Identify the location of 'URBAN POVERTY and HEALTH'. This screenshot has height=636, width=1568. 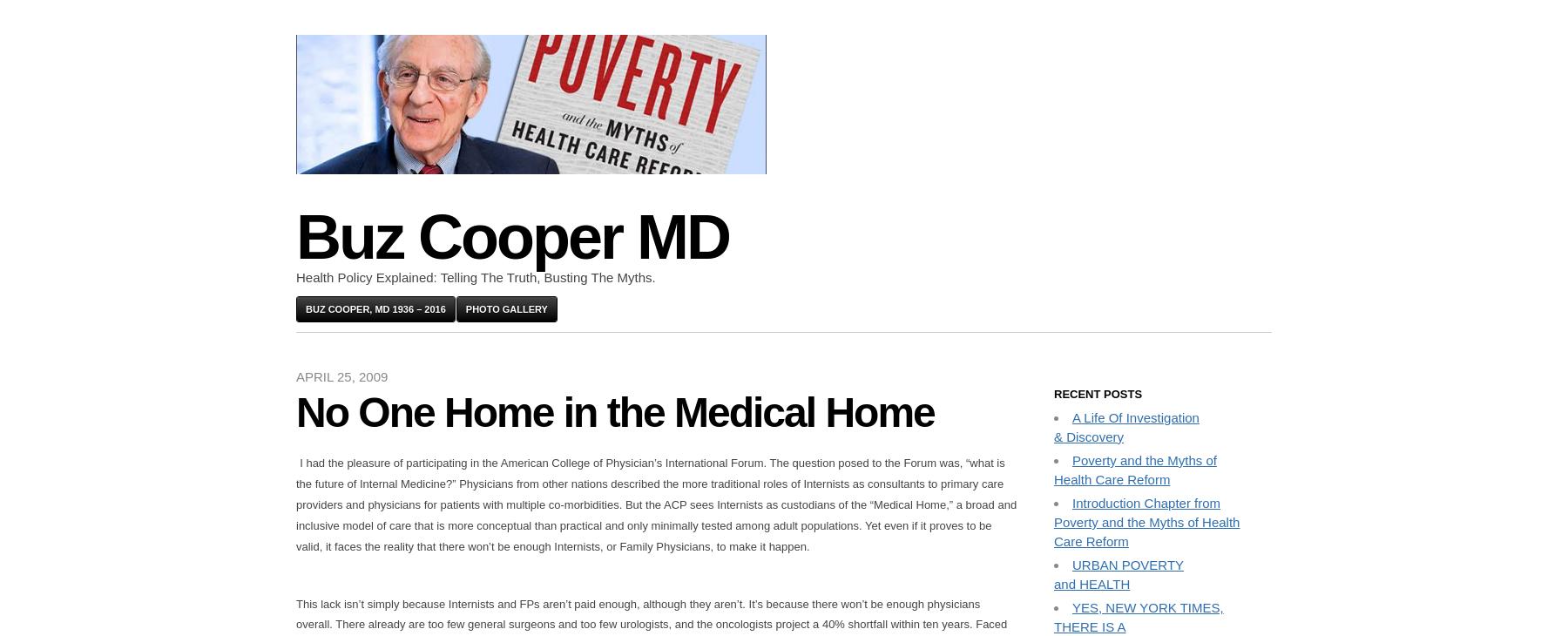
(1052, 574).